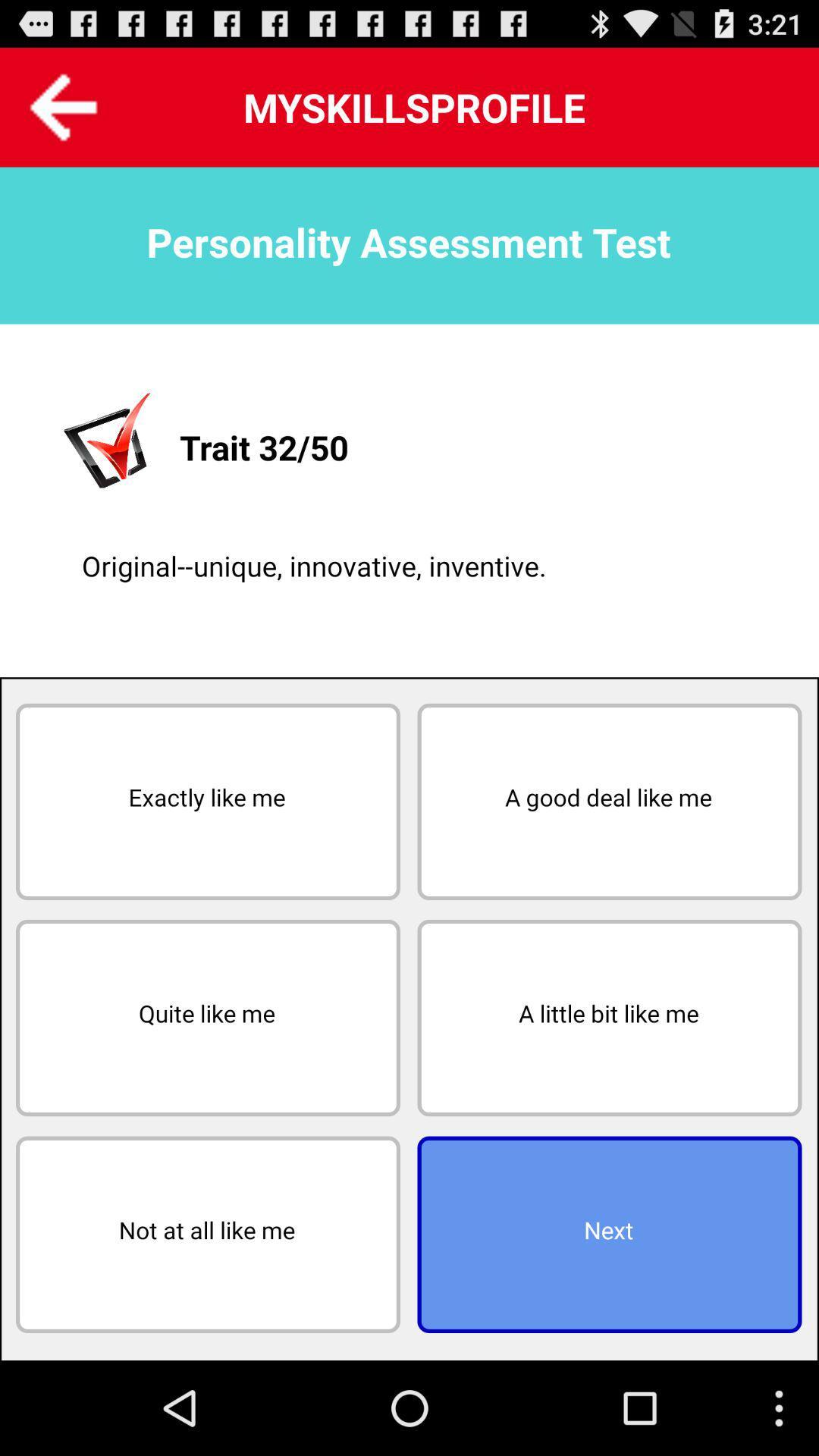 Image resolution: width=819 pixels, height=1456 pixels. I want to click on next, so click(608, 1235).